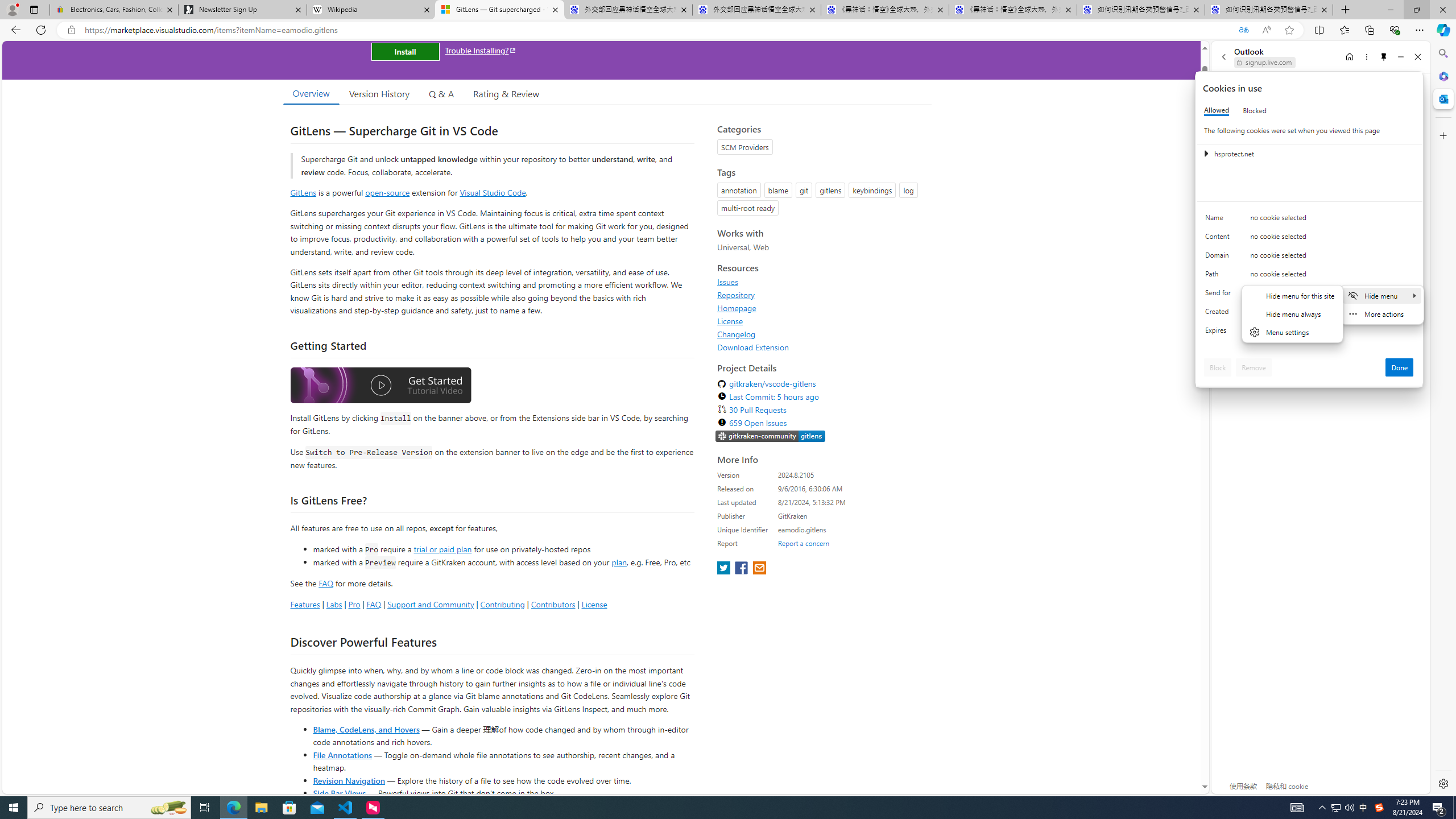  I want to click on 'Block', so click(1217, 367).